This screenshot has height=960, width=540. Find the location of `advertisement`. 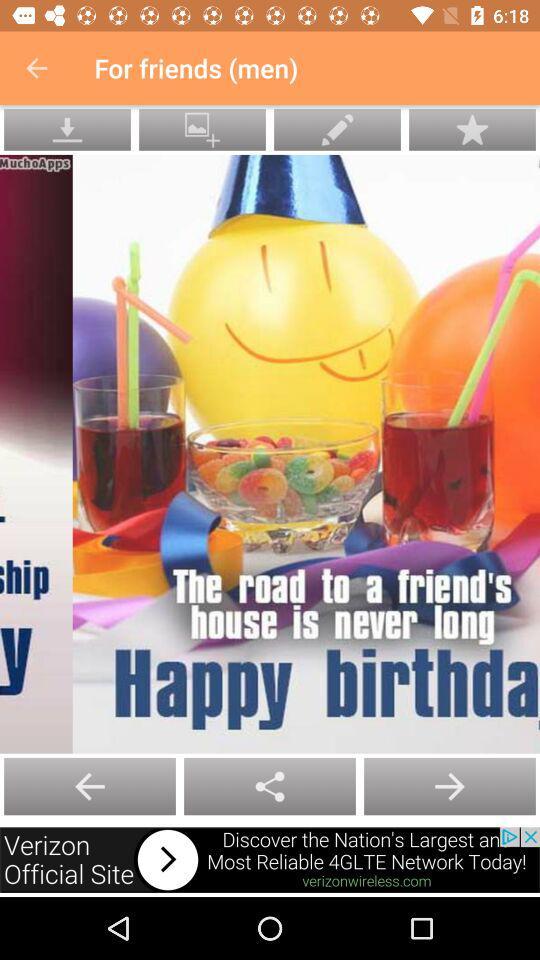

advertisement is located at coordinates (270, 859).